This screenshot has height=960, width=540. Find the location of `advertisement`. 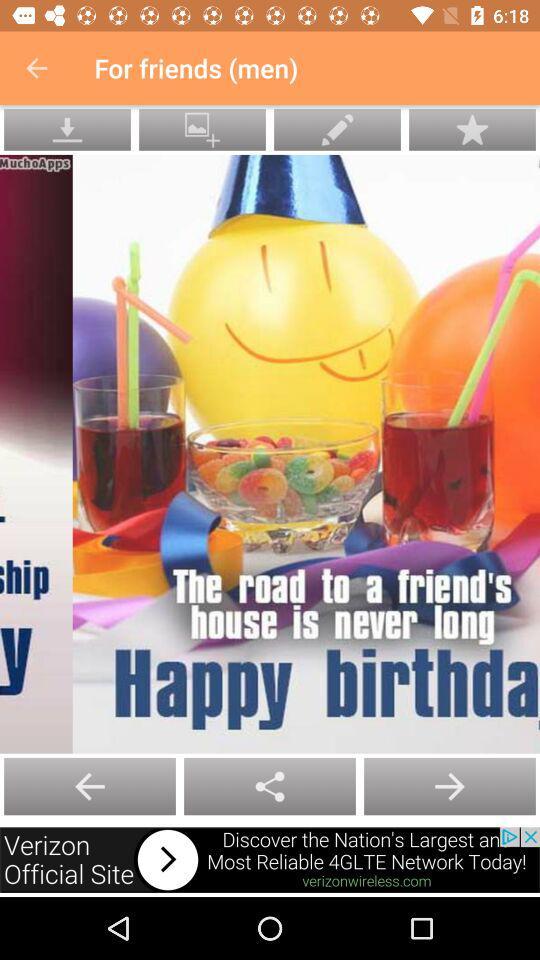

advertisement is located at coordinates (270, 859).